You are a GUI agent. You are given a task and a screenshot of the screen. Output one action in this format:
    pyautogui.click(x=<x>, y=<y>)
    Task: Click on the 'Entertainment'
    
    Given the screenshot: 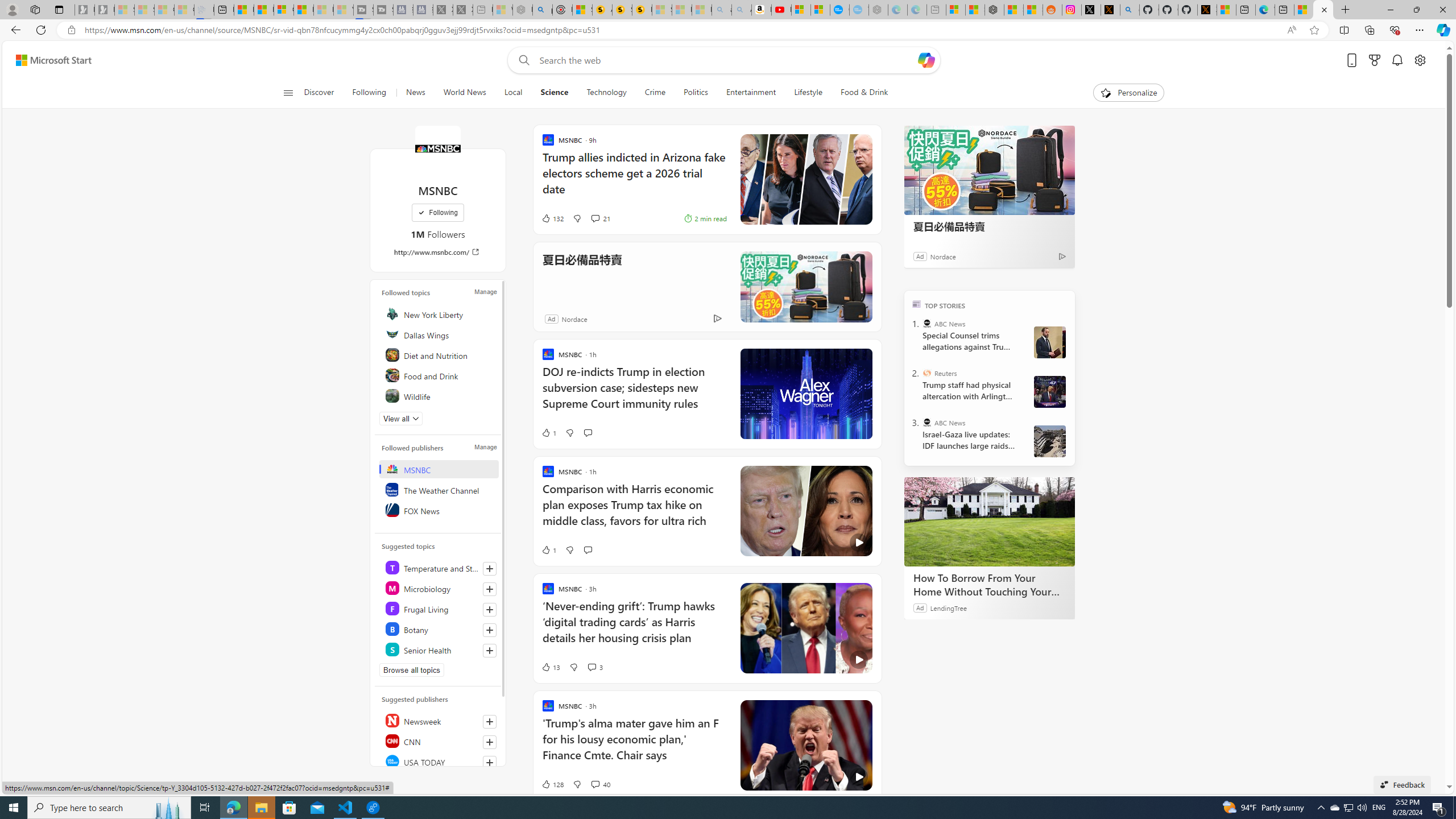 What is the action you would take?
    pyautogui.click(x=750, y=92)
    